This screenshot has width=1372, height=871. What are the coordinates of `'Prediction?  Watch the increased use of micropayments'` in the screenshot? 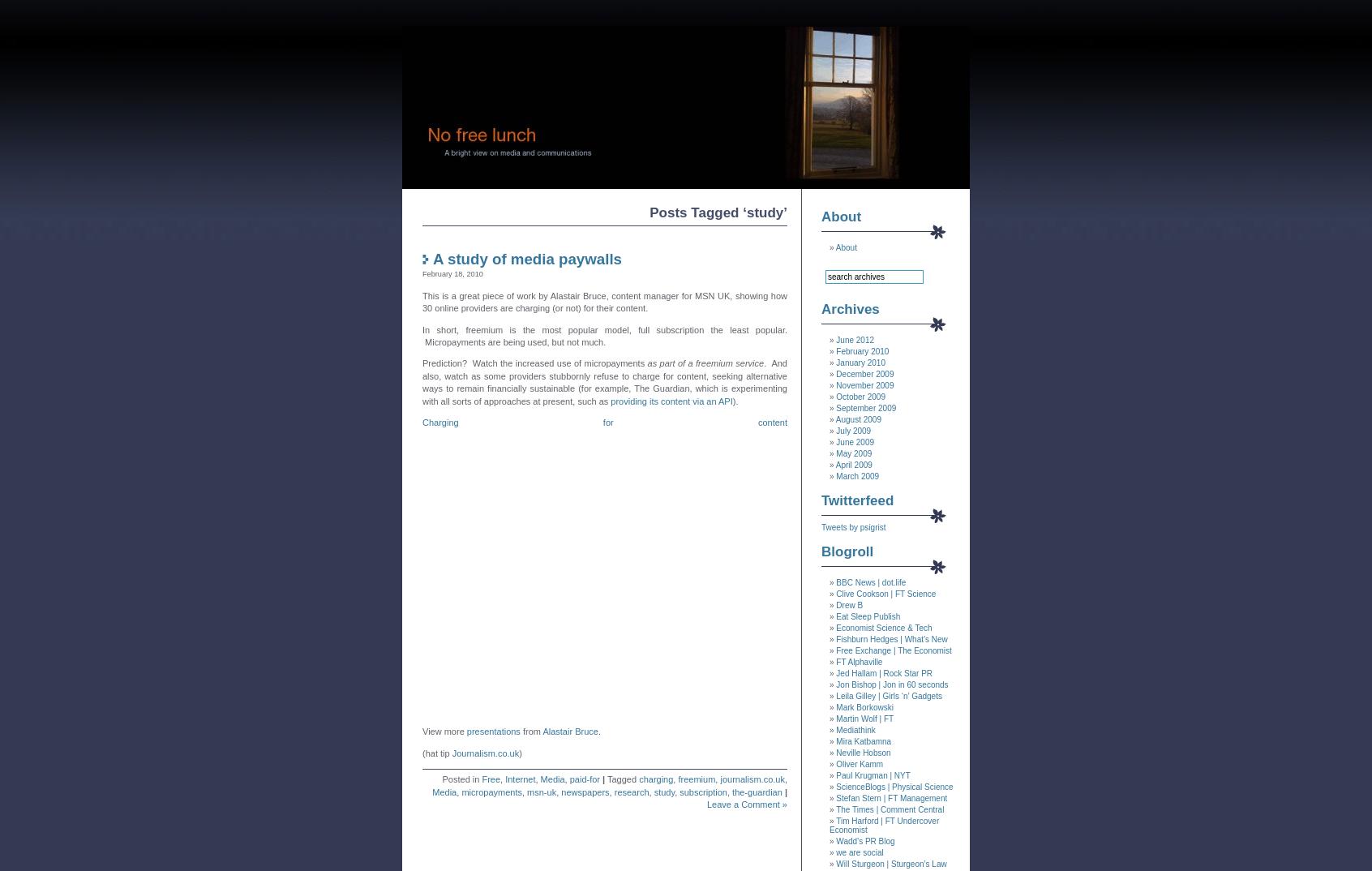 It's located at (534, 362).